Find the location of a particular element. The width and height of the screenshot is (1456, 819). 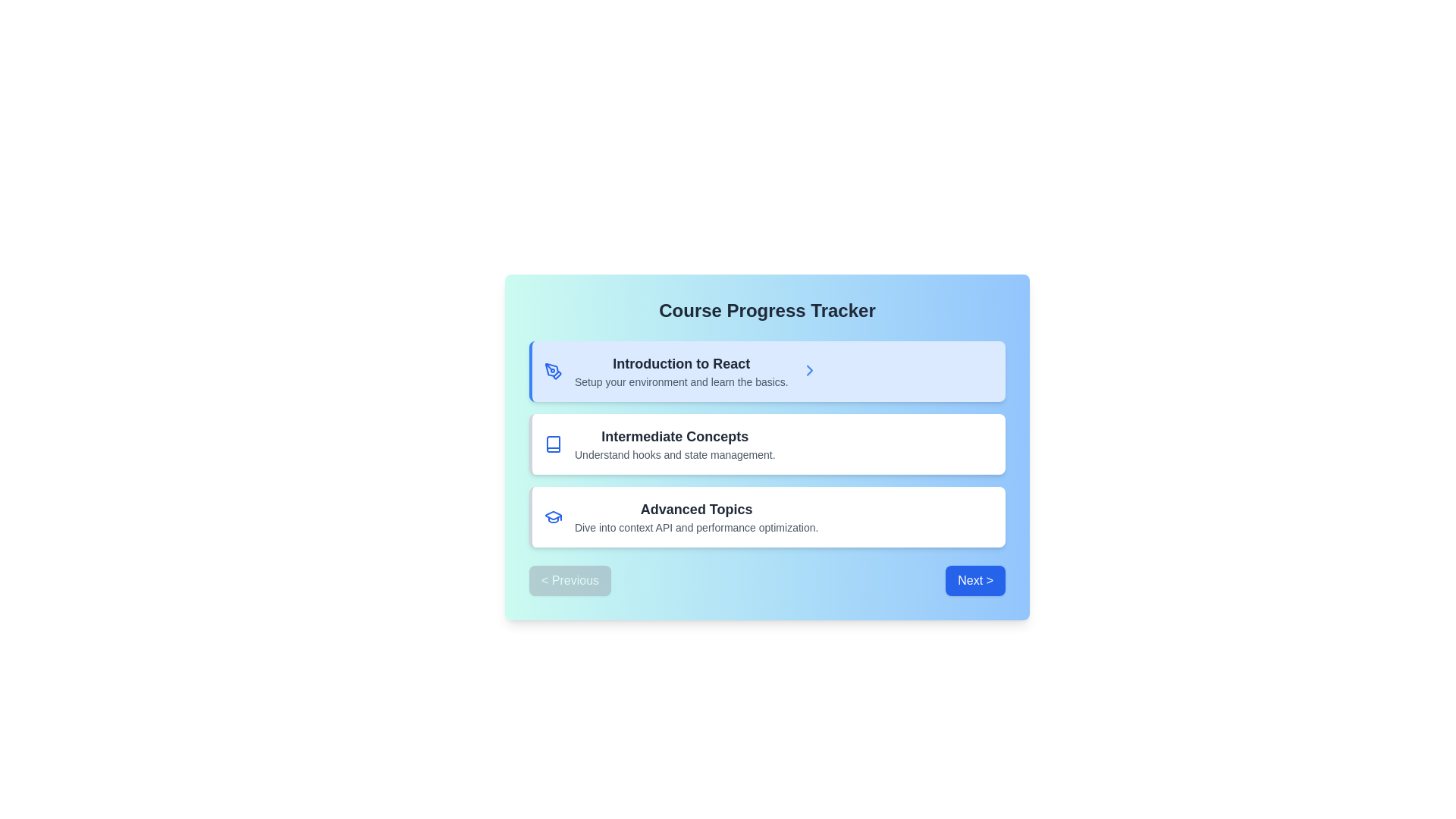

the Text Label displaying 'Introduction to React' in a bold, large-sized, dark-gray font, located within a light blue rectangular card is located at coordinates (680, 363).